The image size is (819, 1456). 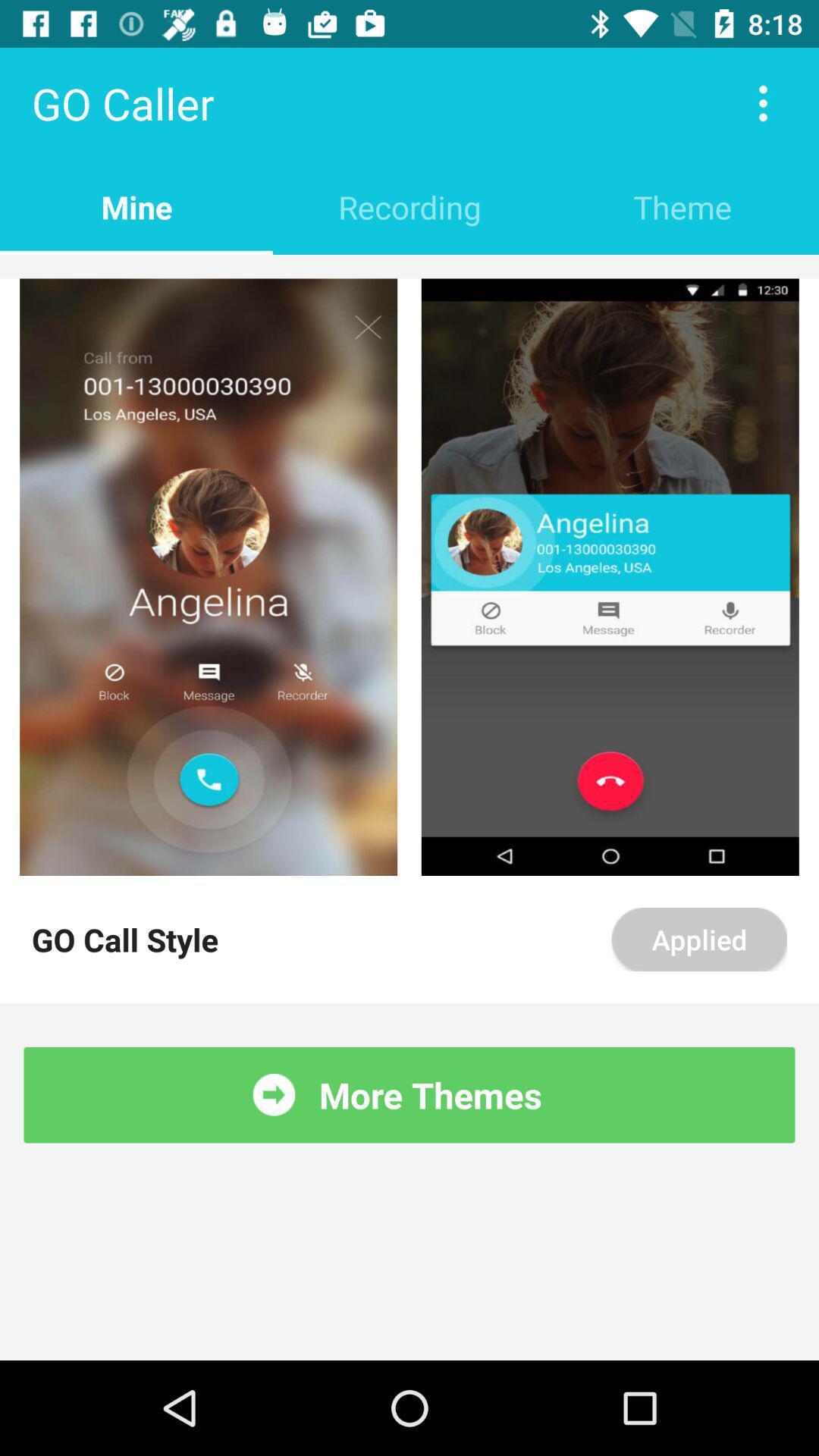 I want to click on icon next to go call style, so click(x=699, y=938).